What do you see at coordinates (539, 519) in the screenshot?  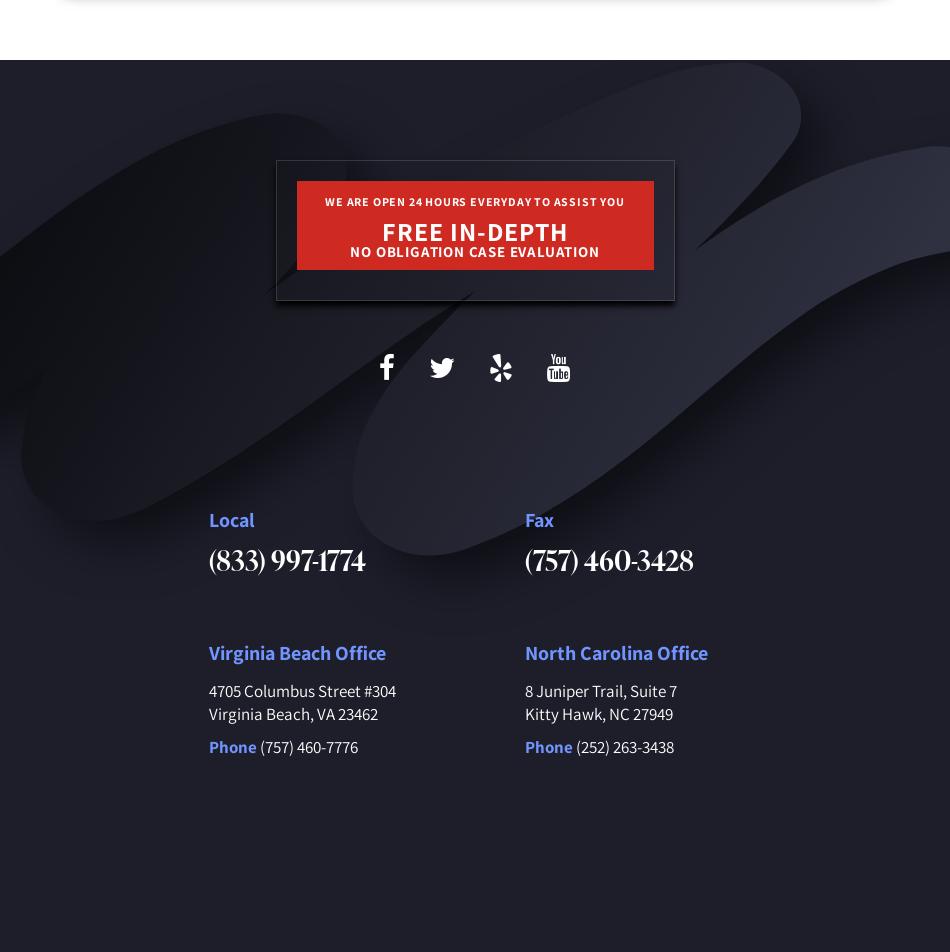 I see `'Fax'` at bounding box center [539, 519].